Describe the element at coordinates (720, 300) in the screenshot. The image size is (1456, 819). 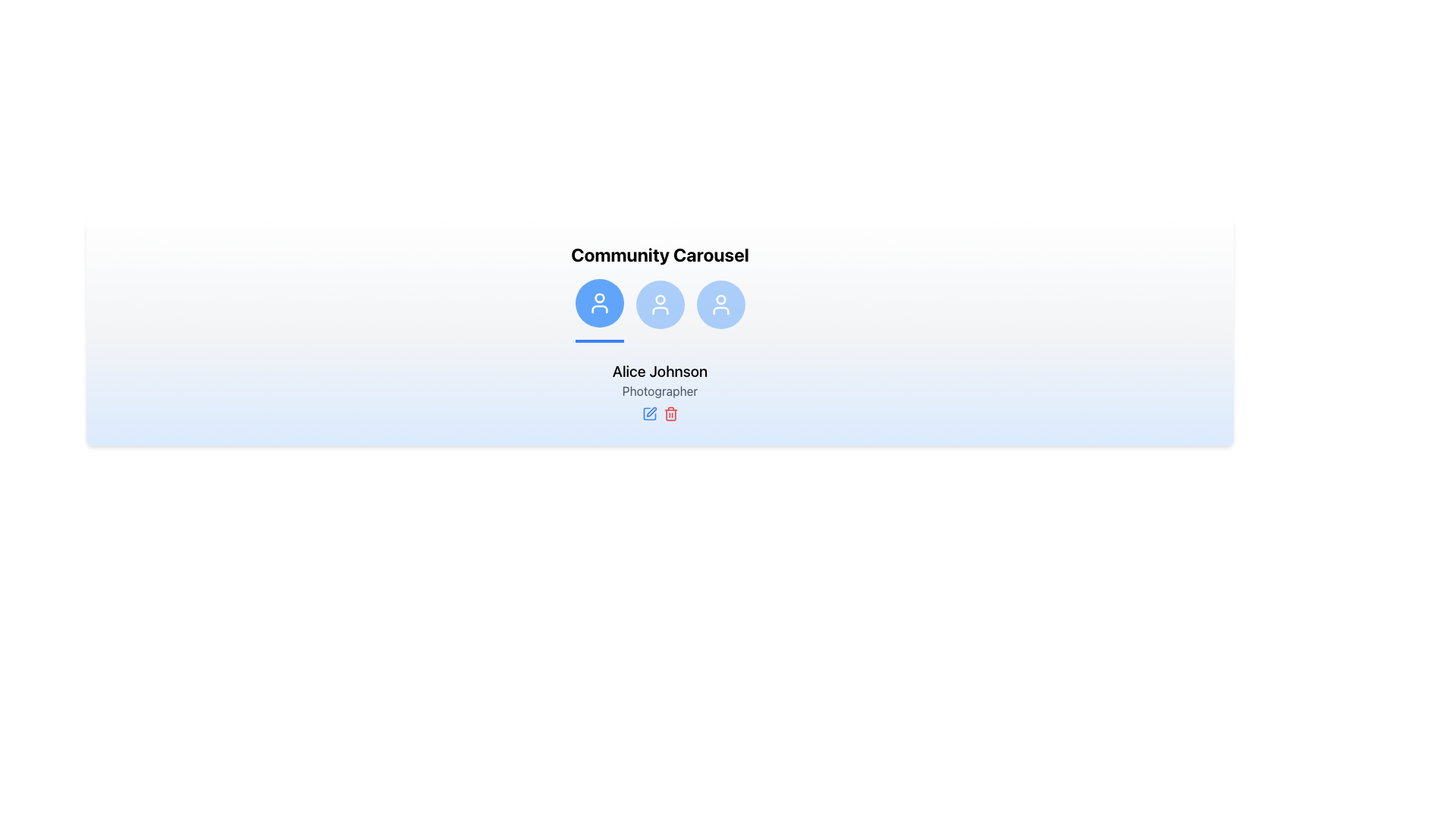
I see `the user profile icon located at the top-right of three horizontally aligned circles` at that location.